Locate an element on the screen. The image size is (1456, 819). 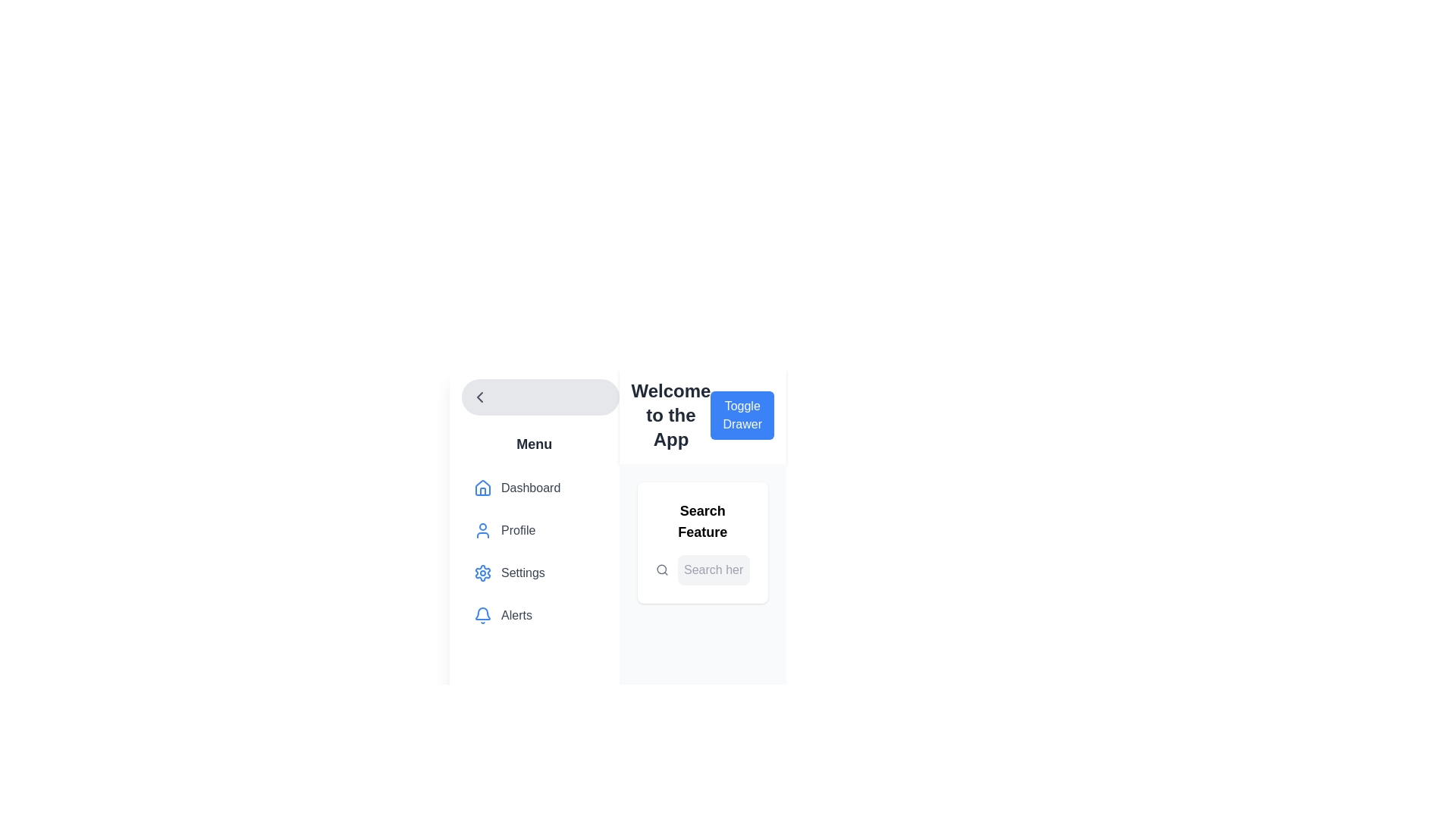
the 'Alerts' text label in the sidebar menu is located at coordinates (516, 616).